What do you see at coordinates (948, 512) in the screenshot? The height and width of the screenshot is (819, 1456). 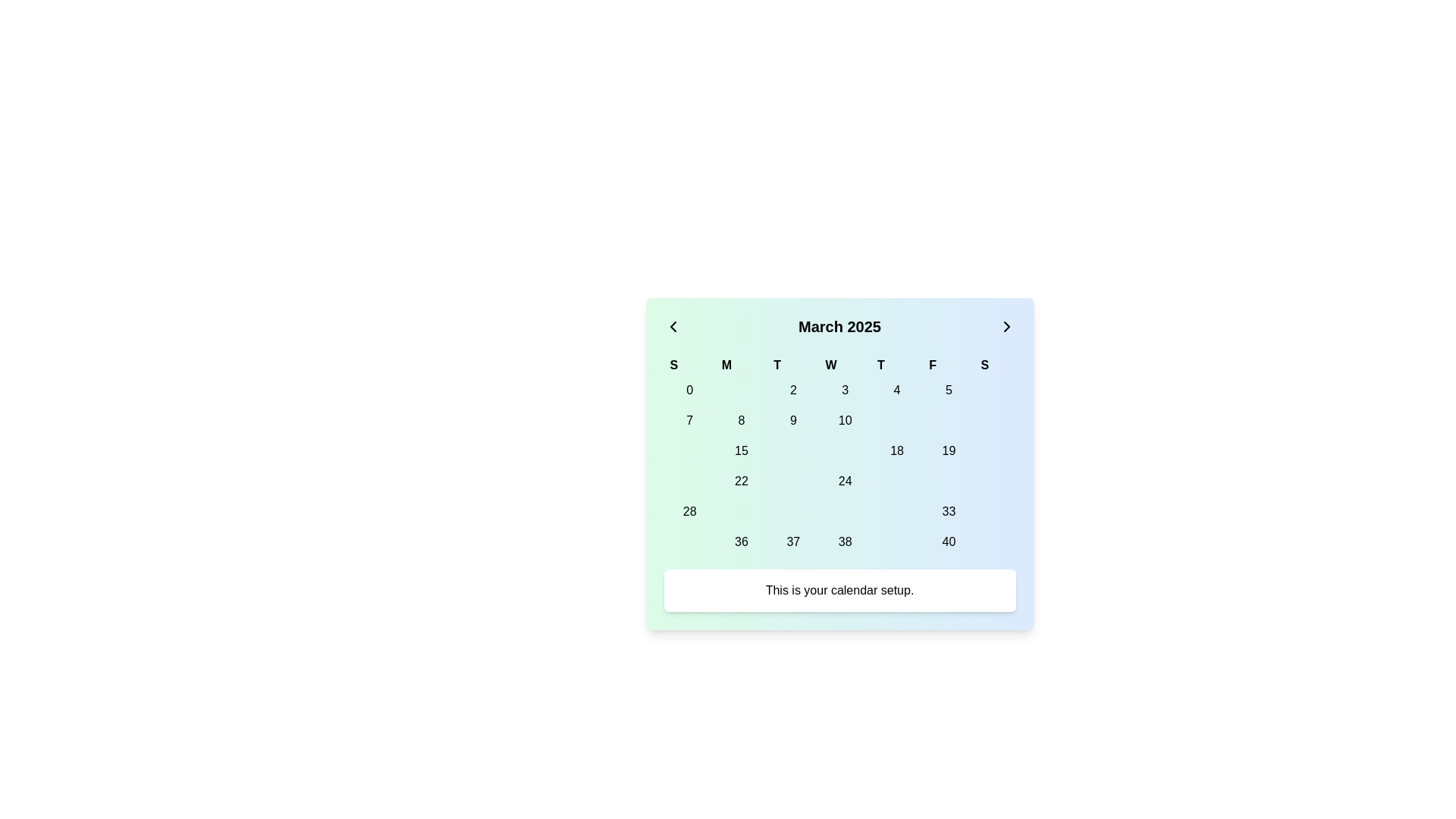 I see `the sixth static text label that displays a number, part of a series of seven horizontally arranged elements` at bounding box center [948, 512].